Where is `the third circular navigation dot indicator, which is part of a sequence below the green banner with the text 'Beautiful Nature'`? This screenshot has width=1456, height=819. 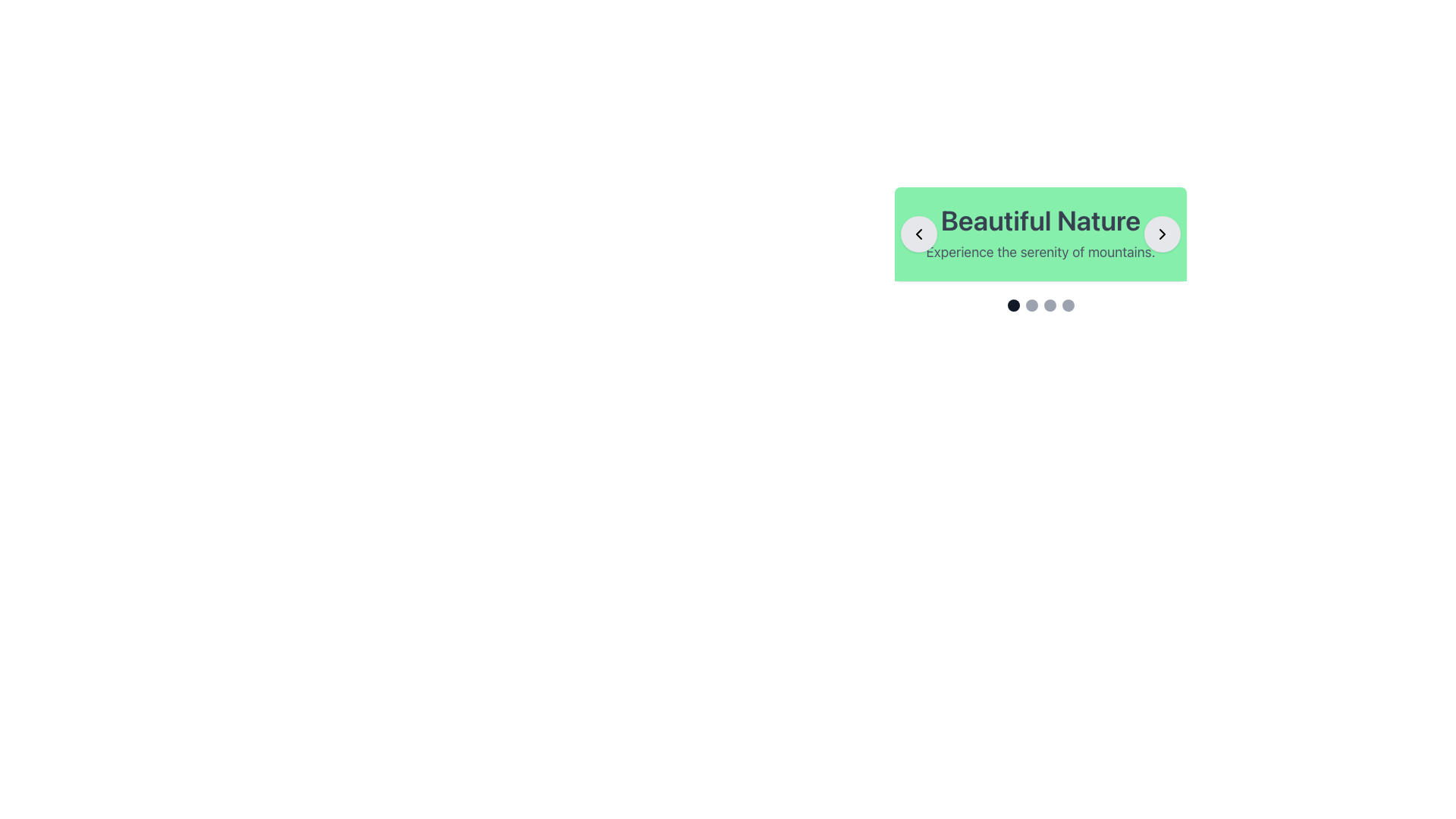 the third circular navigation dot indicator, which is part of a sequence below the green banner with the text 'Beautiful Nature' is located at coordinates (1049, 305).